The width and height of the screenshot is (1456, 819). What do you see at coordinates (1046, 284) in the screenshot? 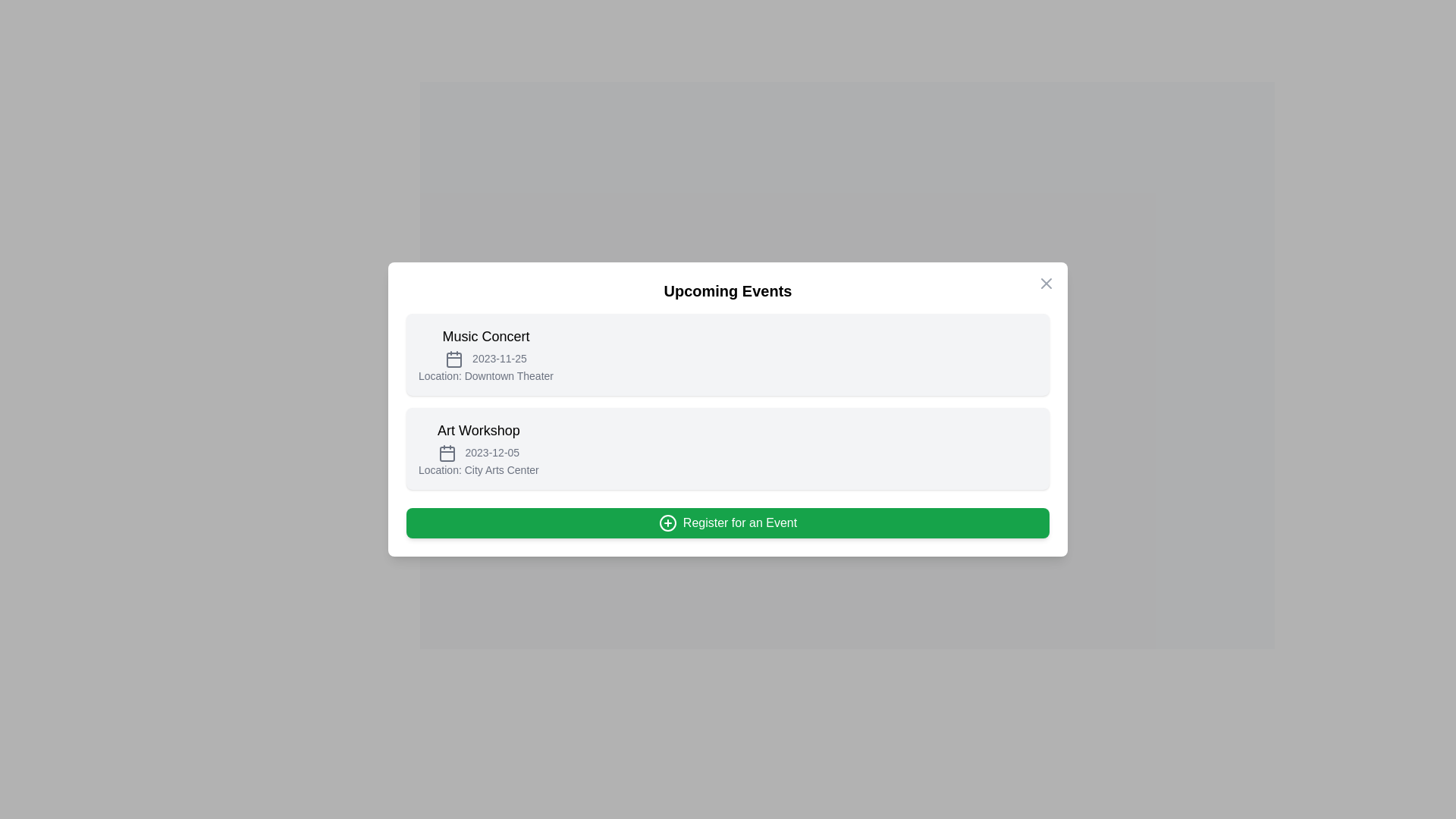
I see `the close icon located at the top-right corner of the 'Upcoming Events' modal` at bounding box center [1046, 284].